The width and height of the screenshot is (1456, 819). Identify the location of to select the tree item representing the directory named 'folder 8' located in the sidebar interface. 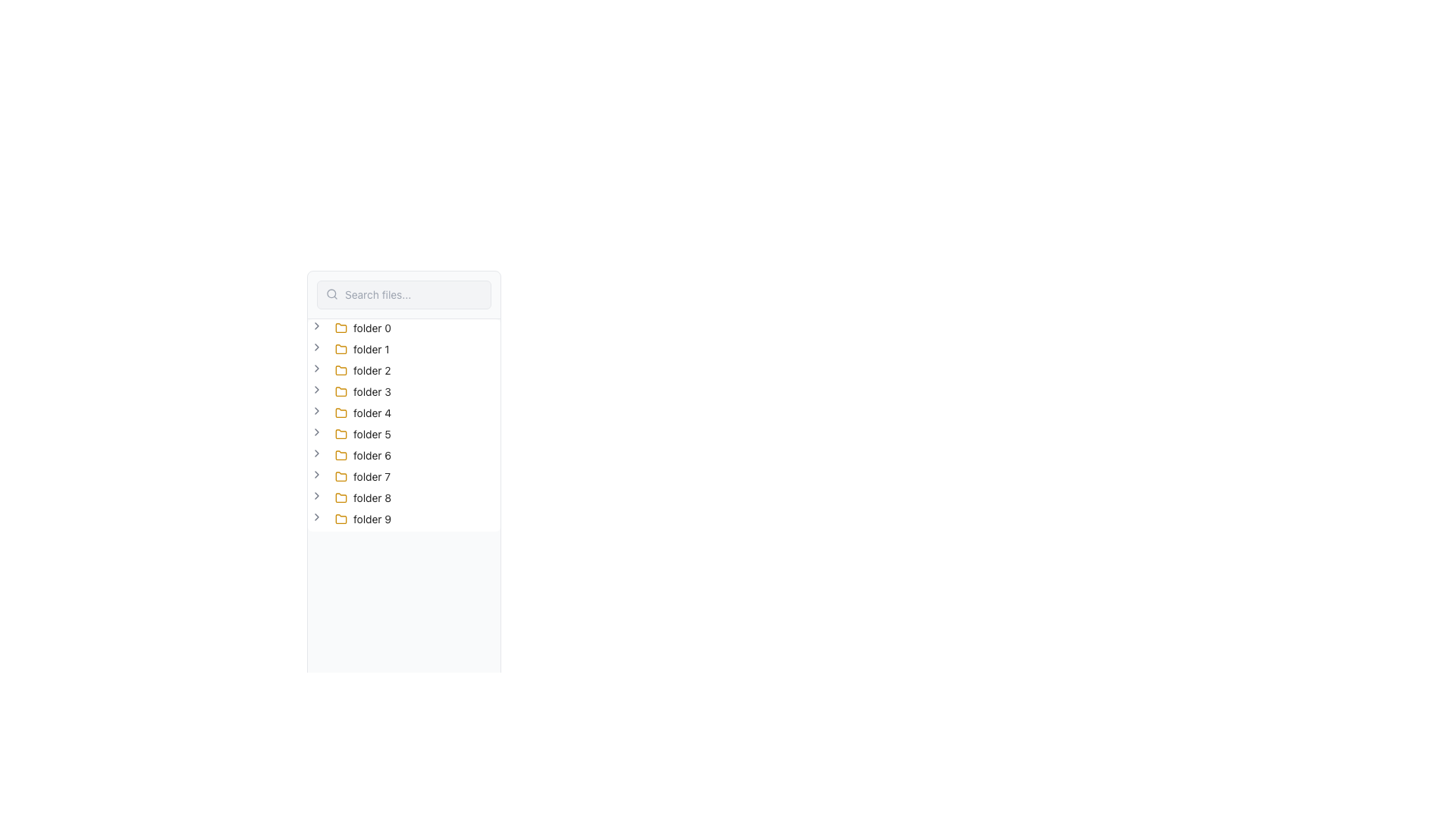
(352, 497).